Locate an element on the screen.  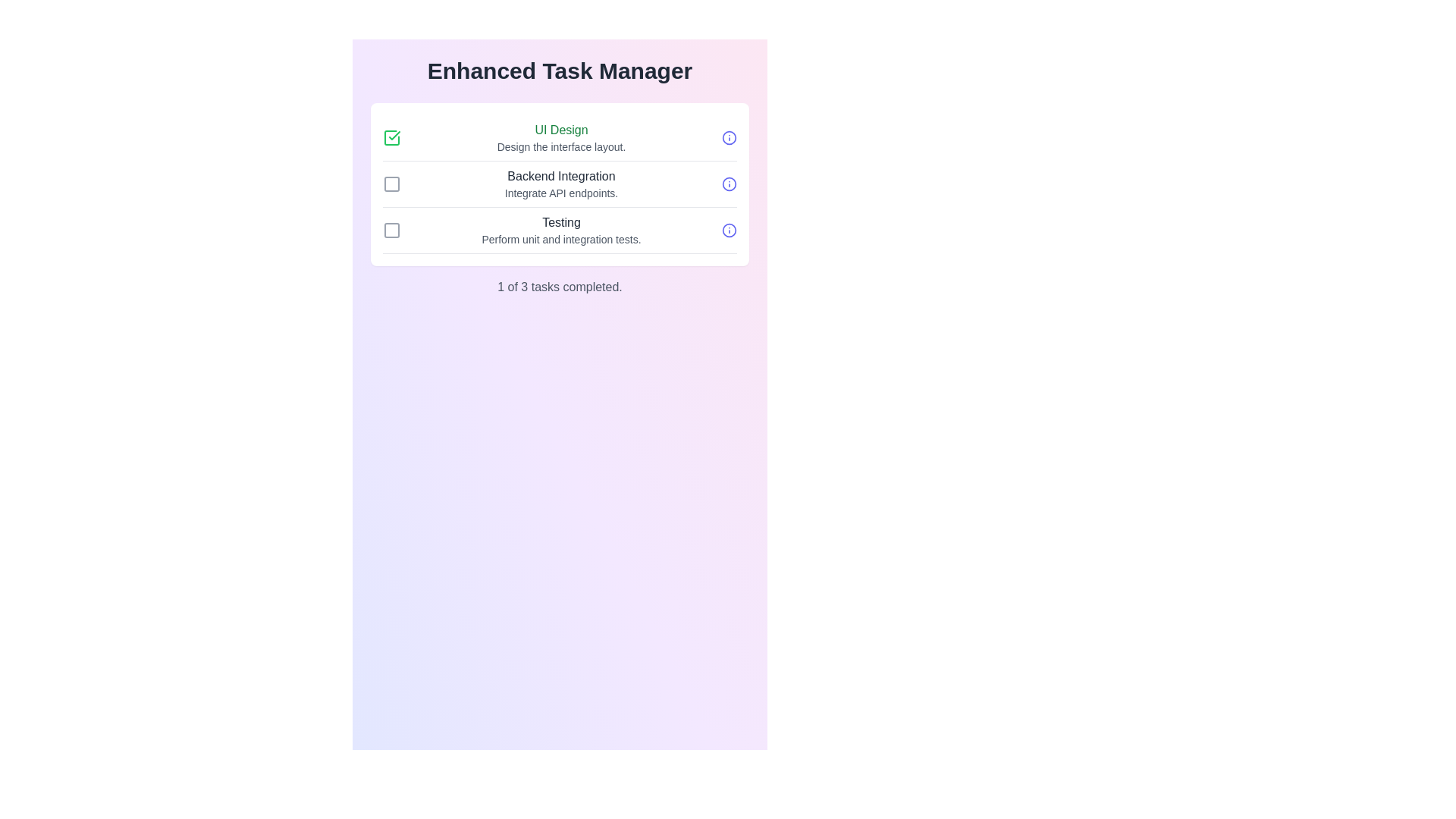
the information icon for the task named 'UI Design' to view its details is located at coordinates (729, 137).